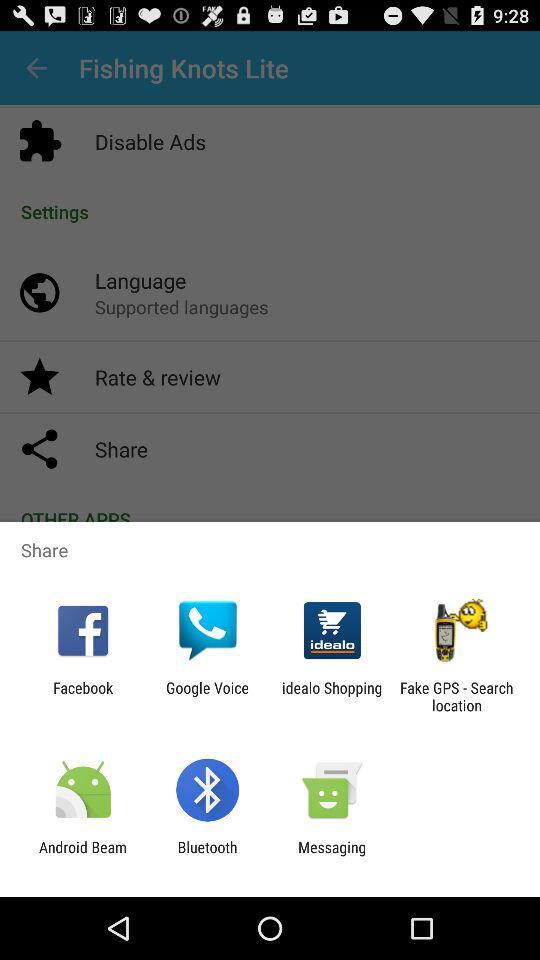 The image size is (540, 960). What do you see at coordinates (82, 696) in the screenshot?
I see `the icon to the left of the google voice app` at bounding box center [82, 696].